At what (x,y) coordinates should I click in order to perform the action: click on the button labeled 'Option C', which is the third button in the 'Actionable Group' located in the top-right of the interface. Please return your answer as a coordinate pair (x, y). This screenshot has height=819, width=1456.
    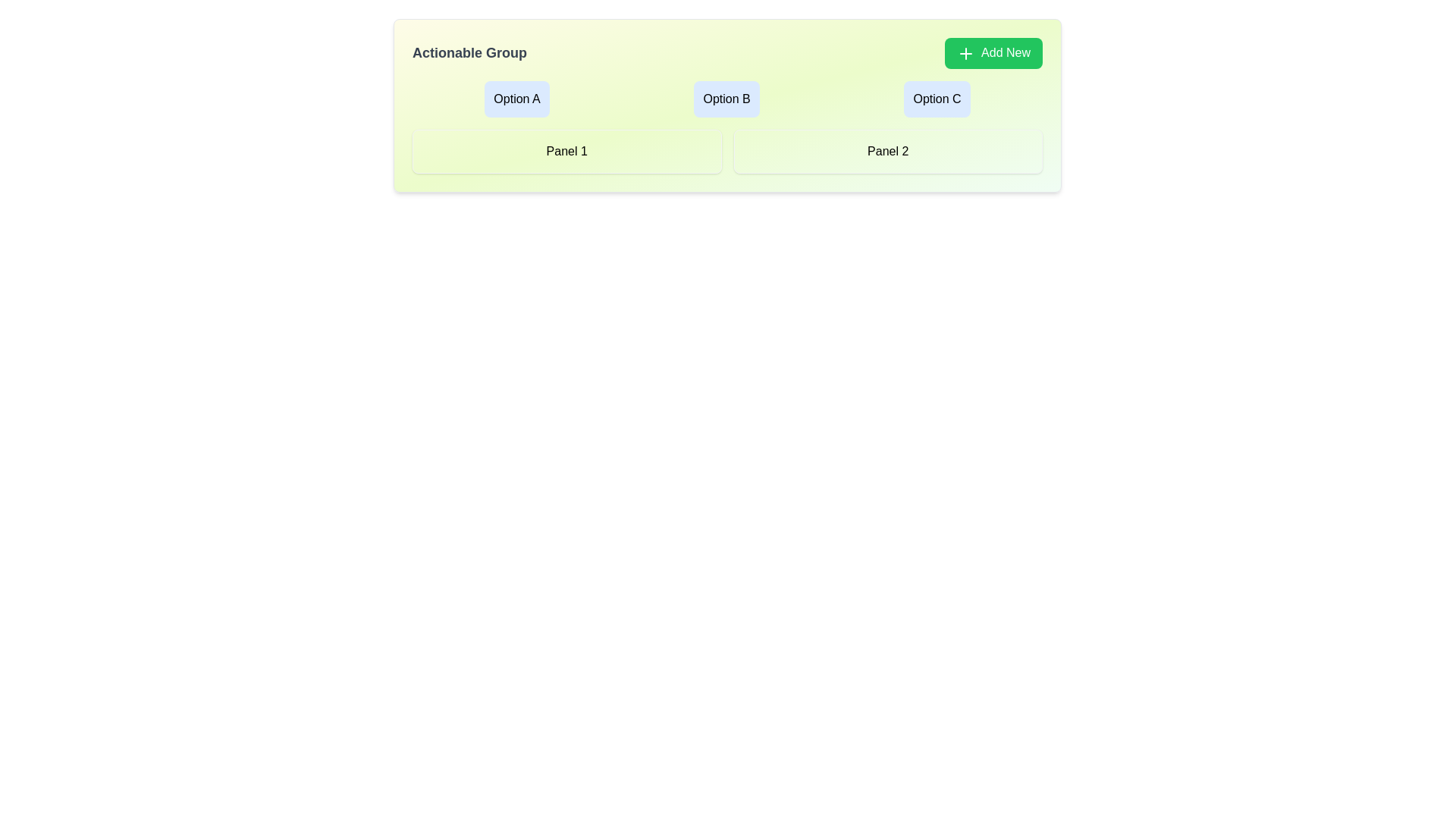
    Looking at the image, I should click on (937, 99).